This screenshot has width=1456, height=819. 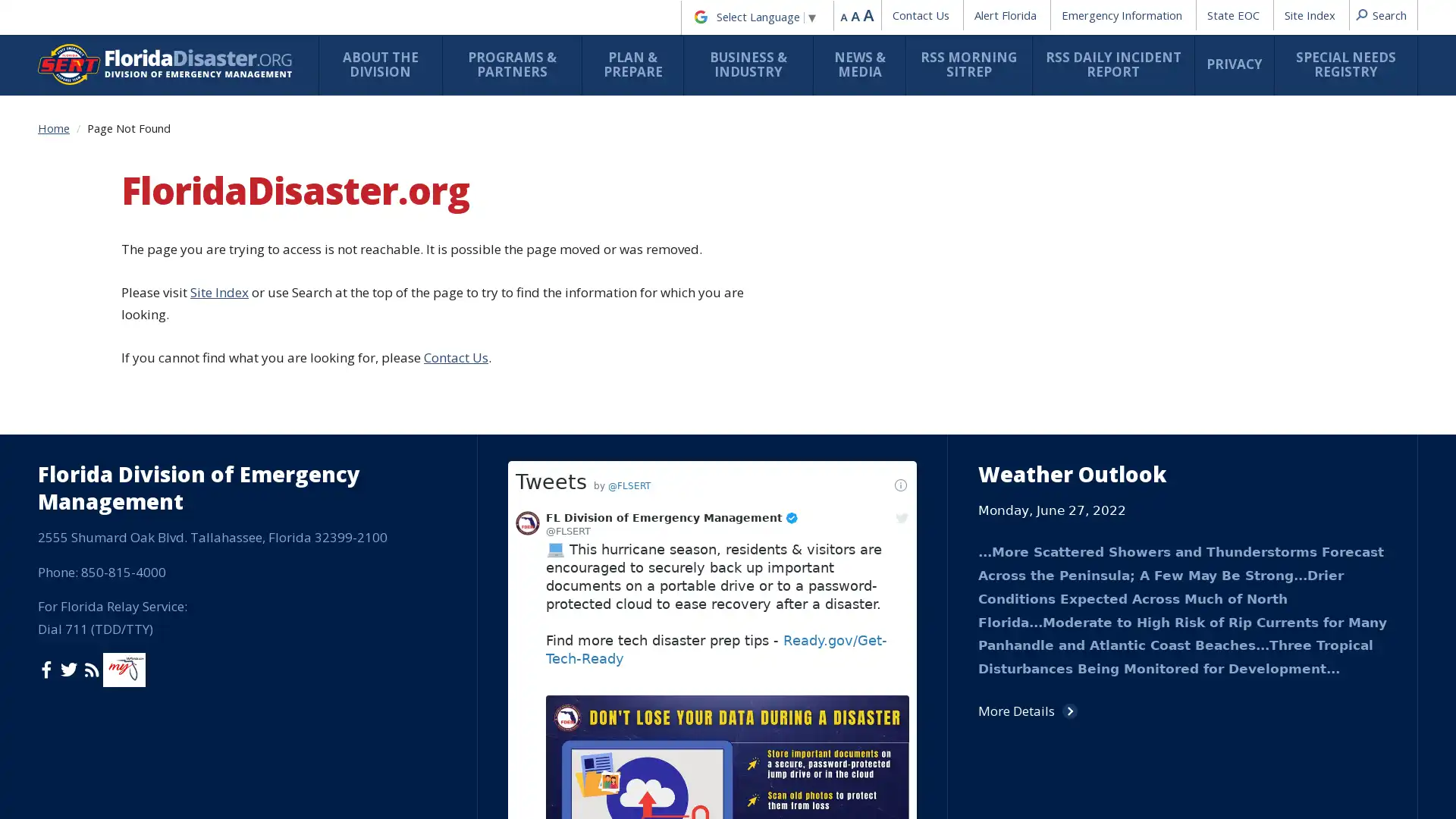 I want to click on Toggle More, so click(x=1022, y=416).